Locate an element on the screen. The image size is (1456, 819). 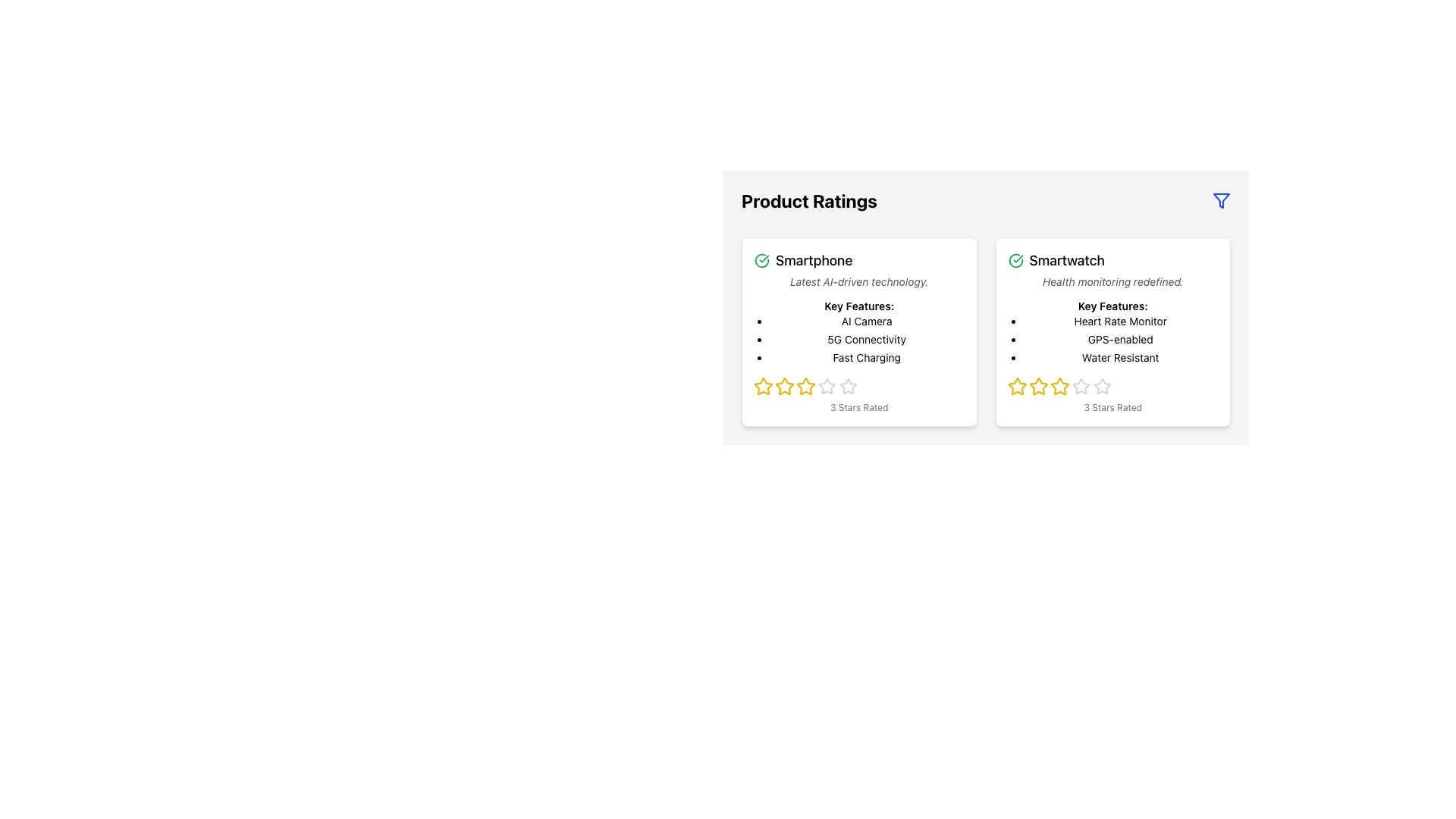
the fourth star icon in the rating section of the Smartwatch card to indicate a rating of four stars is located at coordinates (1080, 385).